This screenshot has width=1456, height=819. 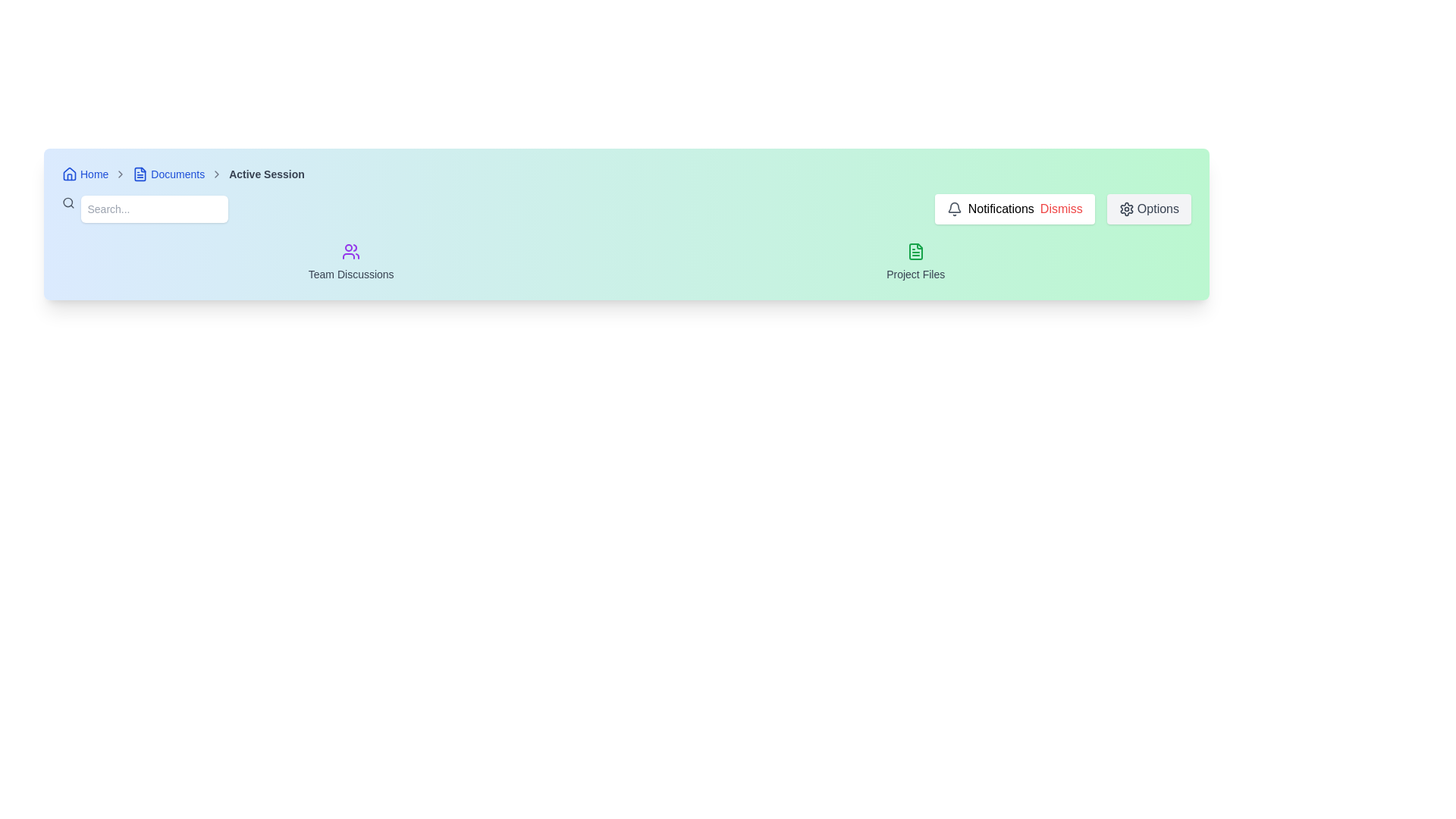 What do you see at coordinates (266, 174) in the screenshot?
I see `the Text Label that indicates the current page or section, which is the last item in the breadcrumb navigation sequence, positioned to the right of 'Documents'` at bounding box center [266, 174].